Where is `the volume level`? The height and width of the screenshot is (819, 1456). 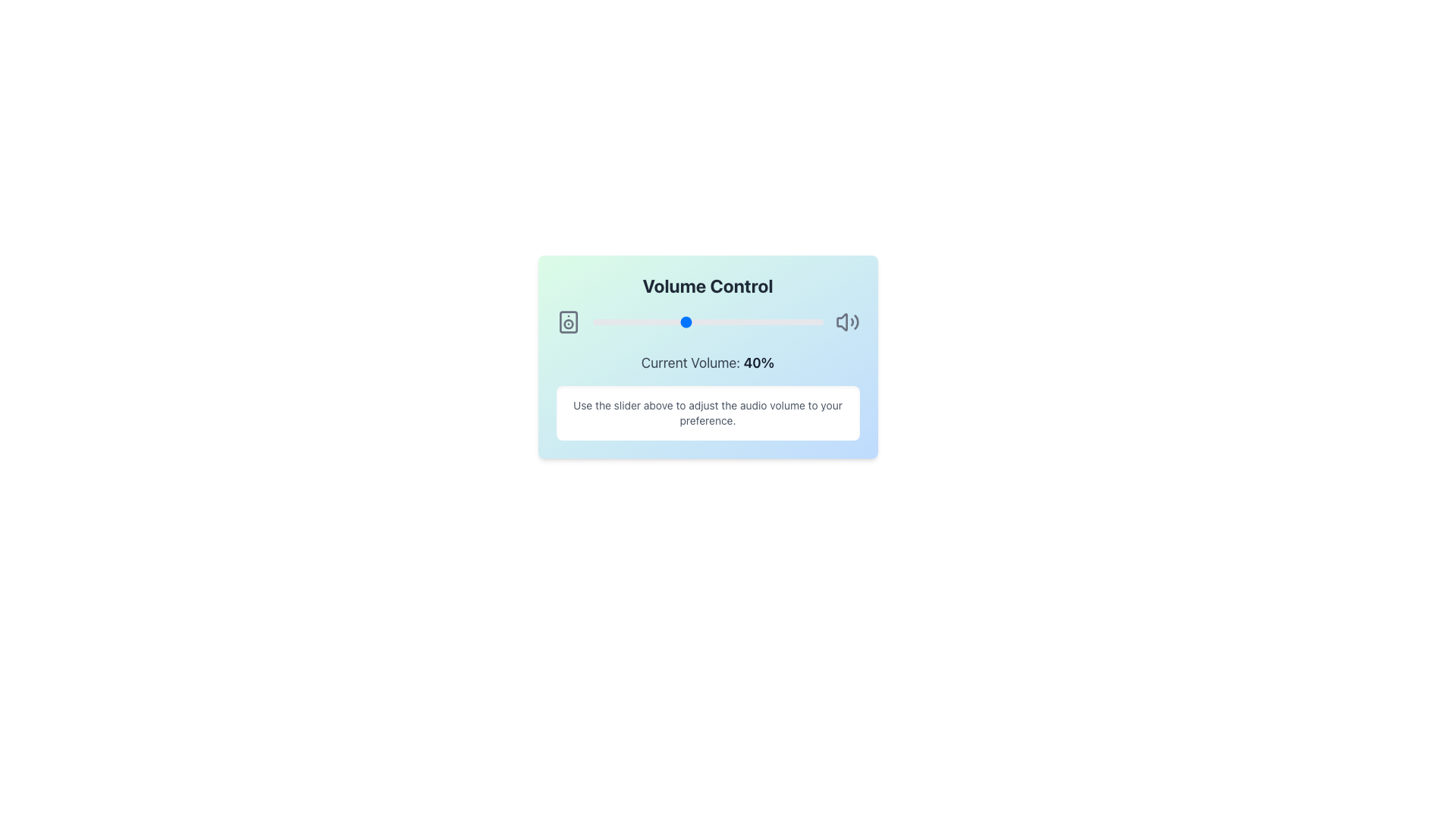 the volume level is located at coordinates (615, 321).